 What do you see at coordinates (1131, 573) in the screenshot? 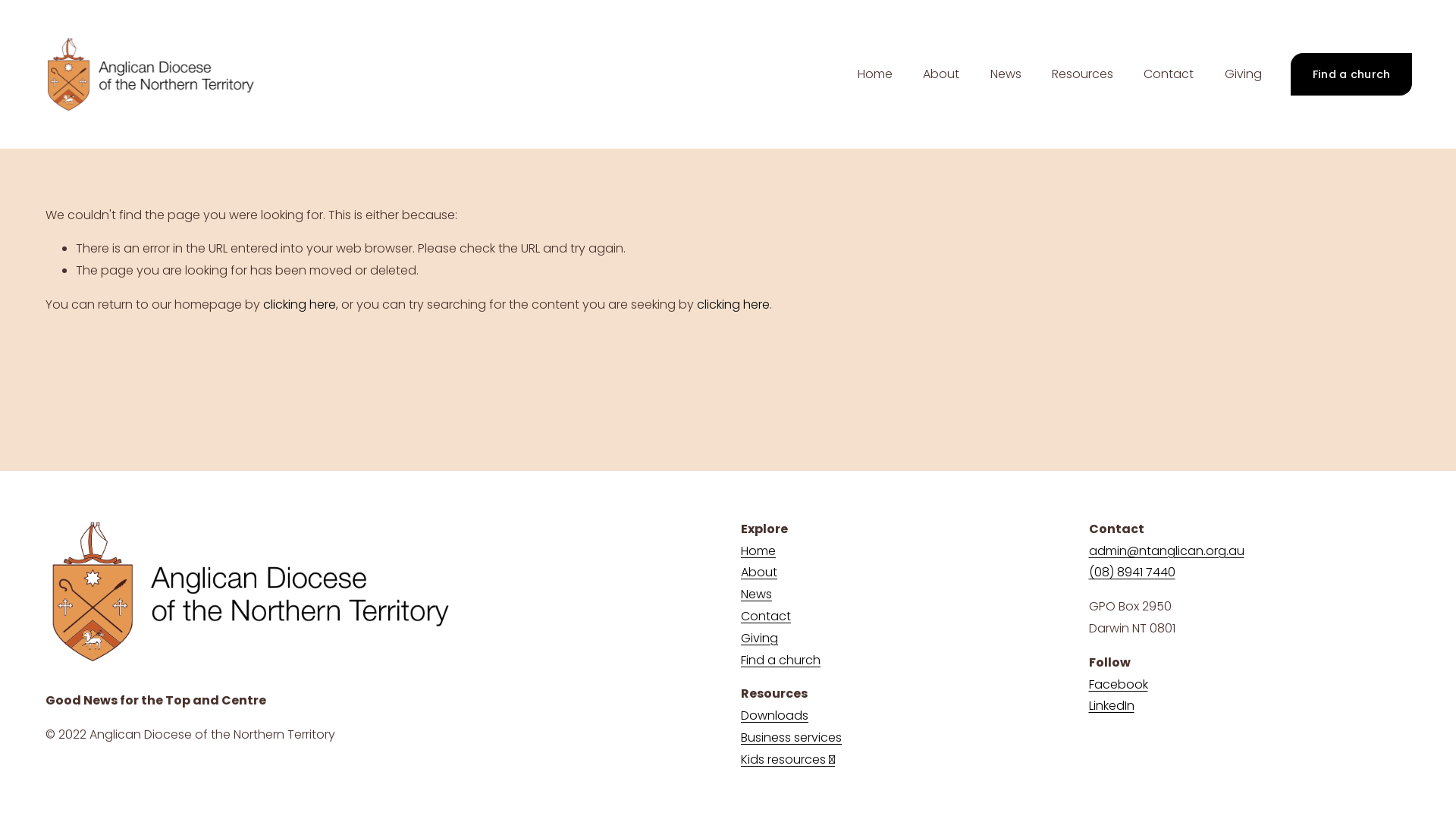
I see `'(08) 8941 7440'` at bounding box center [1131, 573].